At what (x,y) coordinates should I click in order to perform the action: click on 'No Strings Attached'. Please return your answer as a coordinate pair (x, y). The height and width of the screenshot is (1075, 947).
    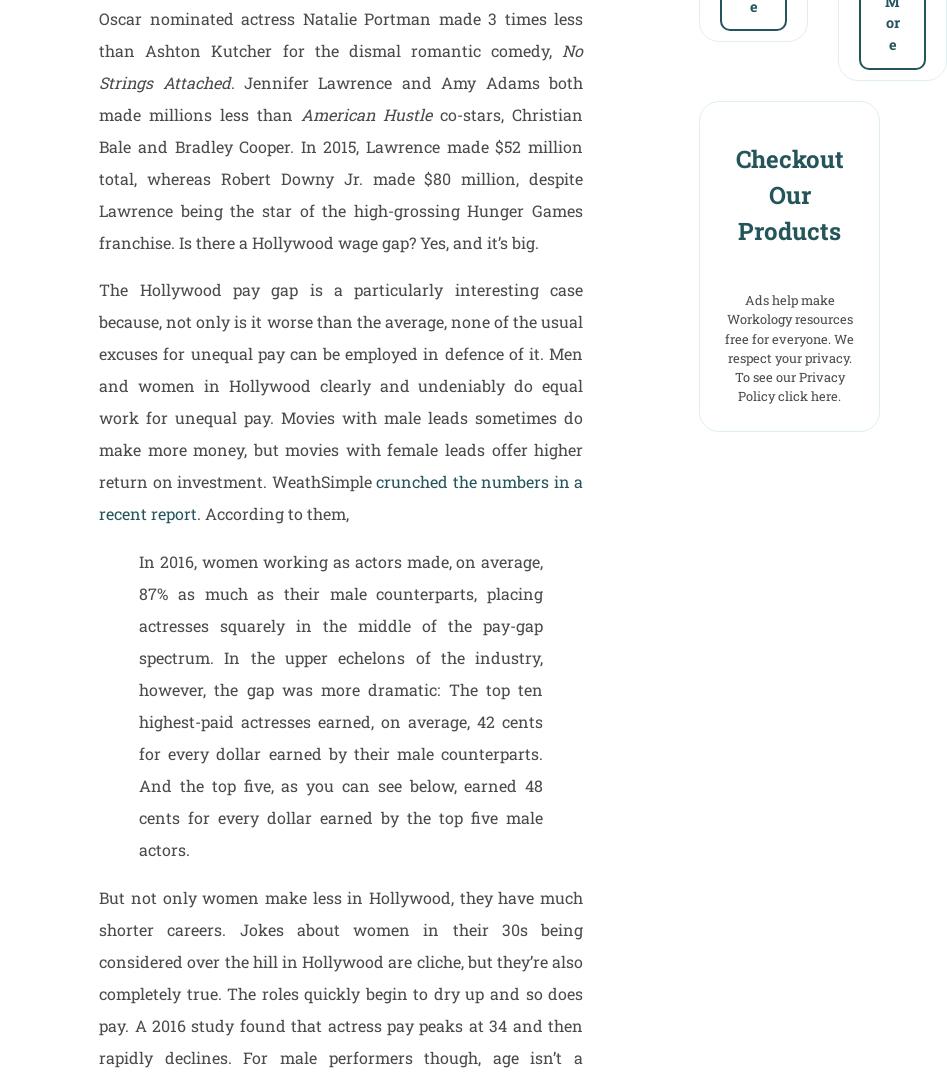
    Looking at the image, I should click on (97, 66).